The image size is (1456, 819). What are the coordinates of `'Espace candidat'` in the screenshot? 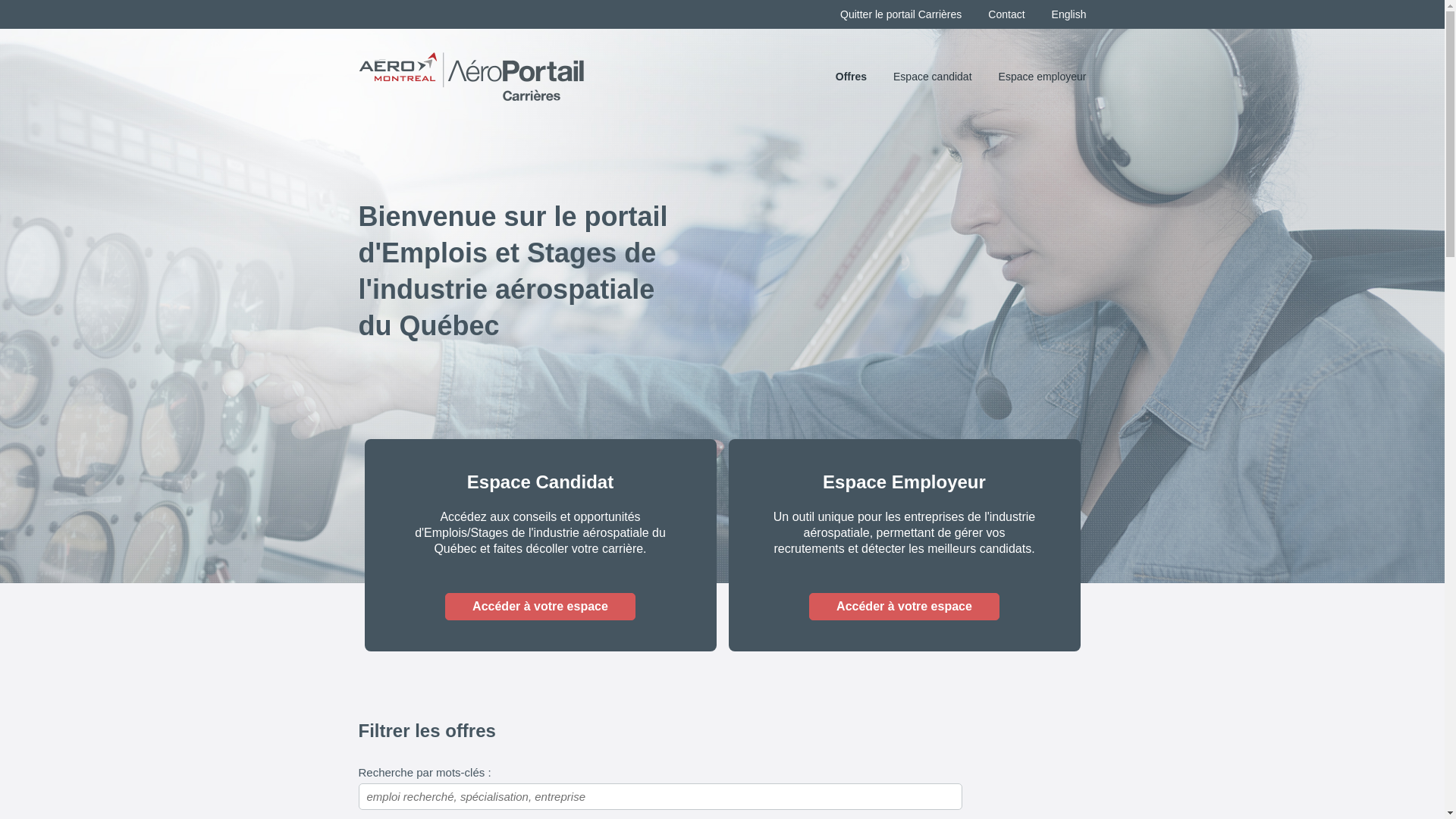 It's located at (931, 76).